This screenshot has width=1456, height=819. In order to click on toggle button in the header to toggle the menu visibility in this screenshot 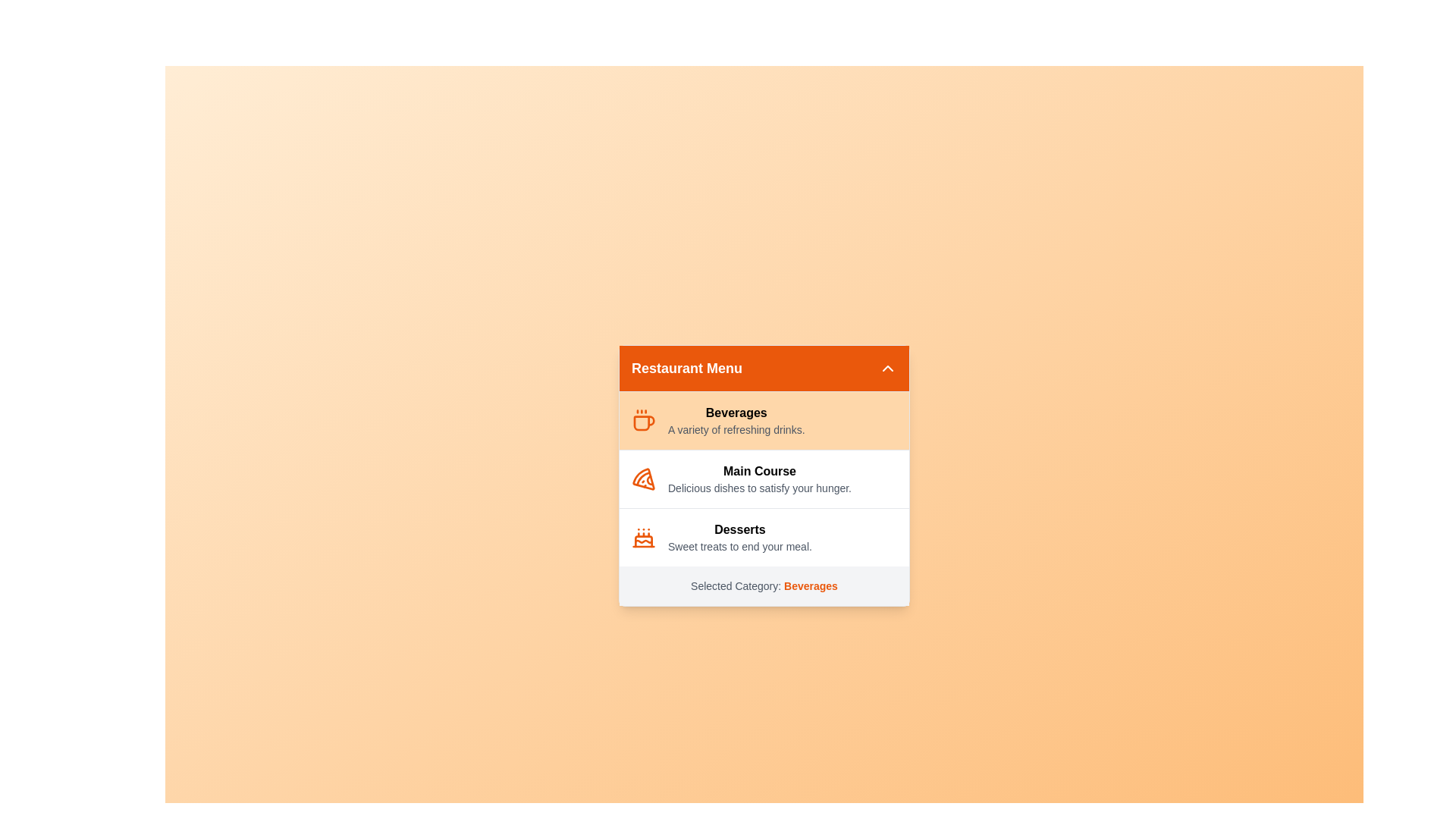, I will do `click(888, 368)`.